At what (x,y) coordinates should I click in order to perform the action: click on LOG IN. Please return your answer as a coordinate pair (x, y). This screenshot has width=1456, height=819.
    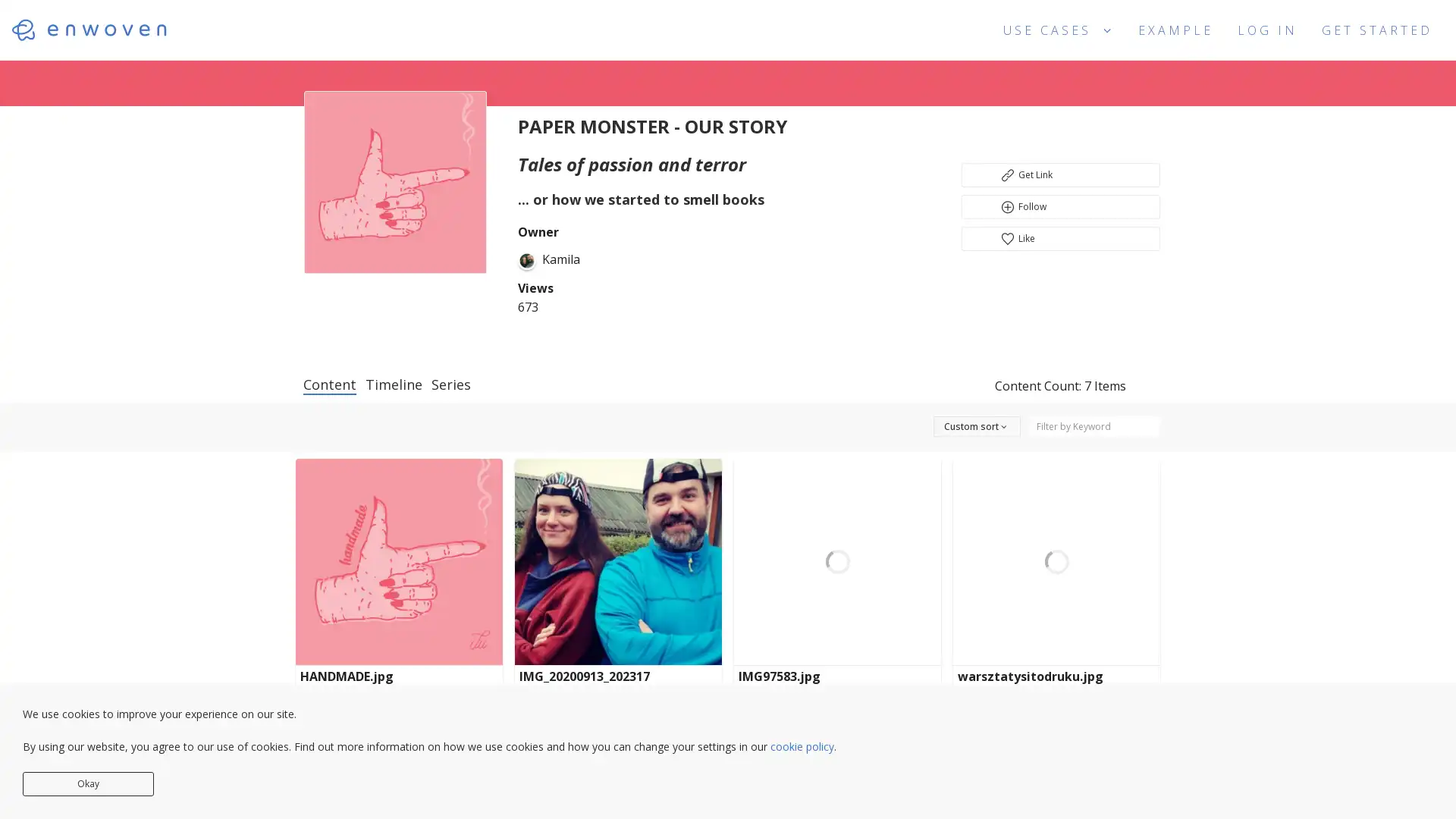
    Looking at the image, I should click on (1267, 28).